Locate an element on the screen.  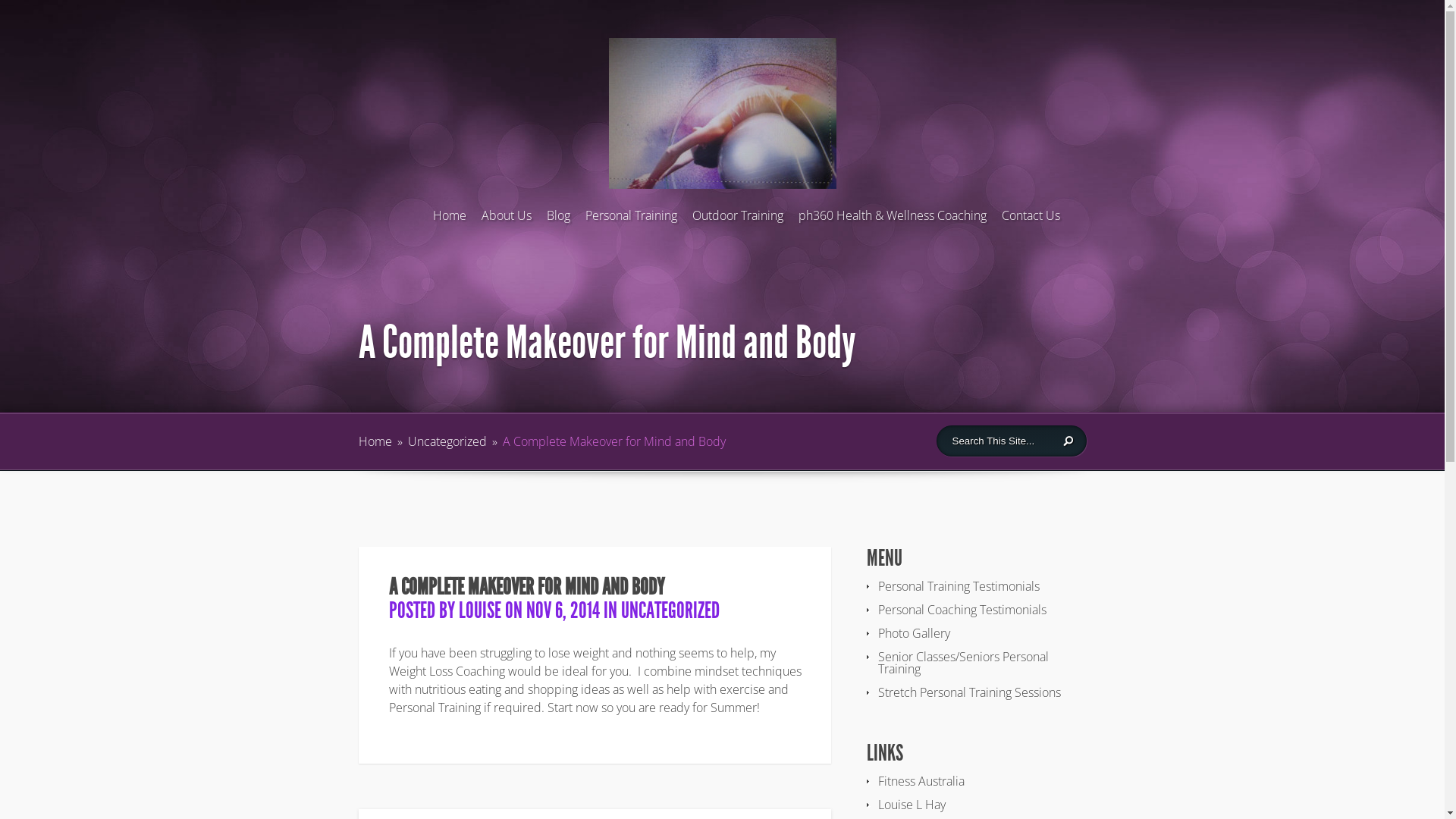
'Stretch Personal Training Sessions' is located at coordinates (968, 692).